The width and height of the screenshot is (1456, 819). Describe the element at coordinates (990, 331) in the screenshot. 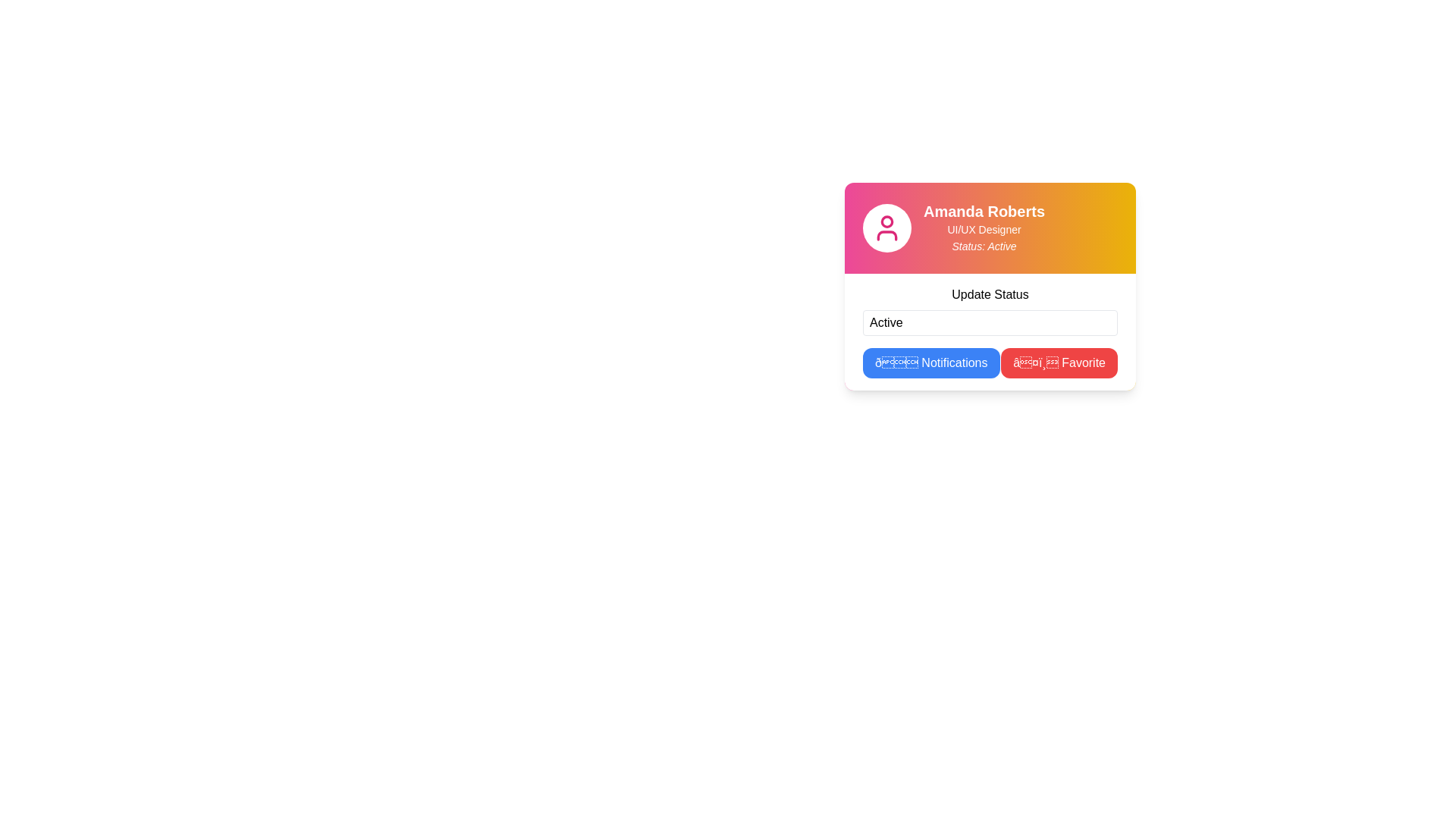

I see `the text in the status input field of the composite component located below the title 'Amanda Roberts'` at that location.